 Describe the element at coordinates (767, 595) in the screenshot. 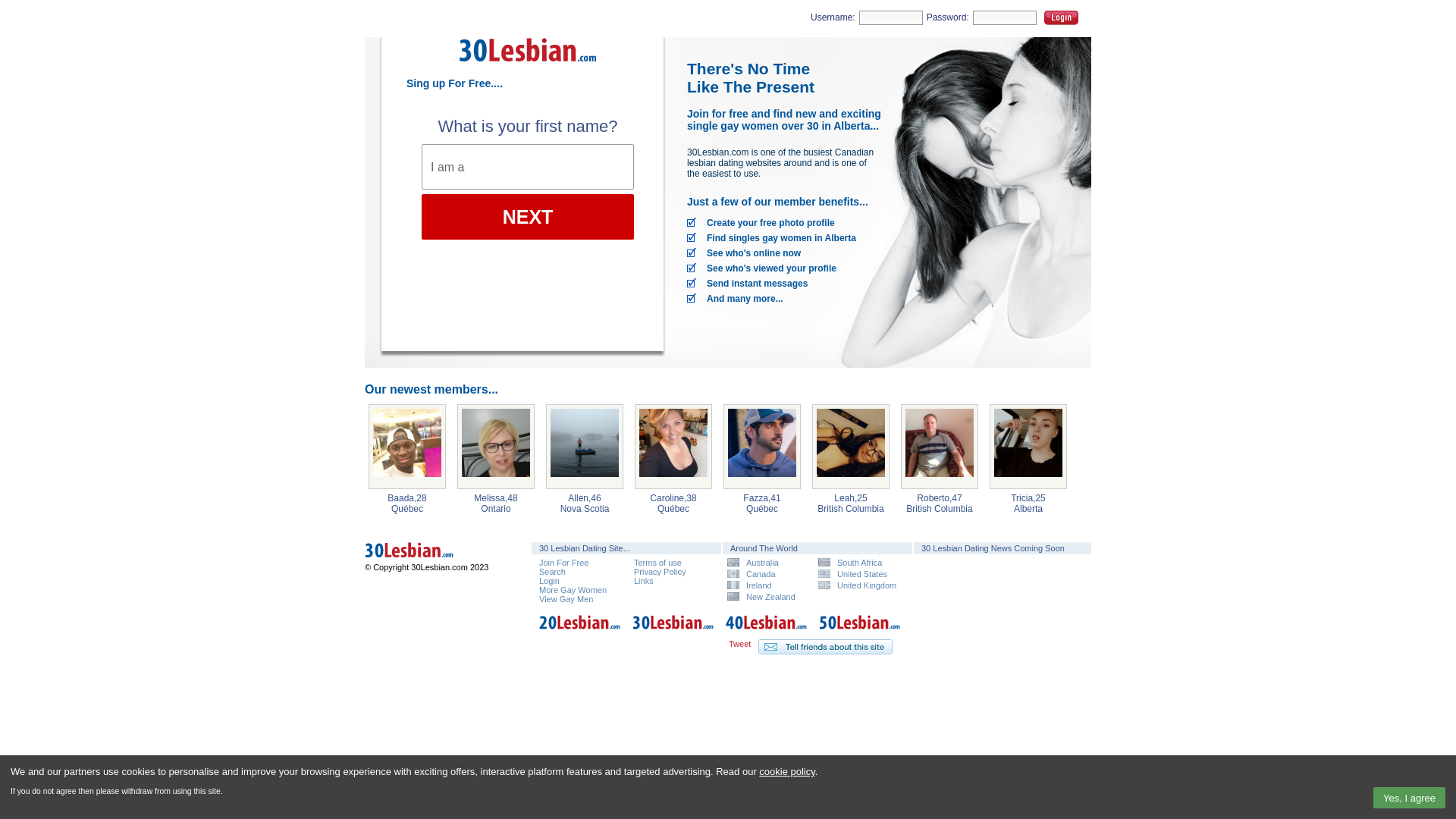

I see `'New Zealand'` at that location.